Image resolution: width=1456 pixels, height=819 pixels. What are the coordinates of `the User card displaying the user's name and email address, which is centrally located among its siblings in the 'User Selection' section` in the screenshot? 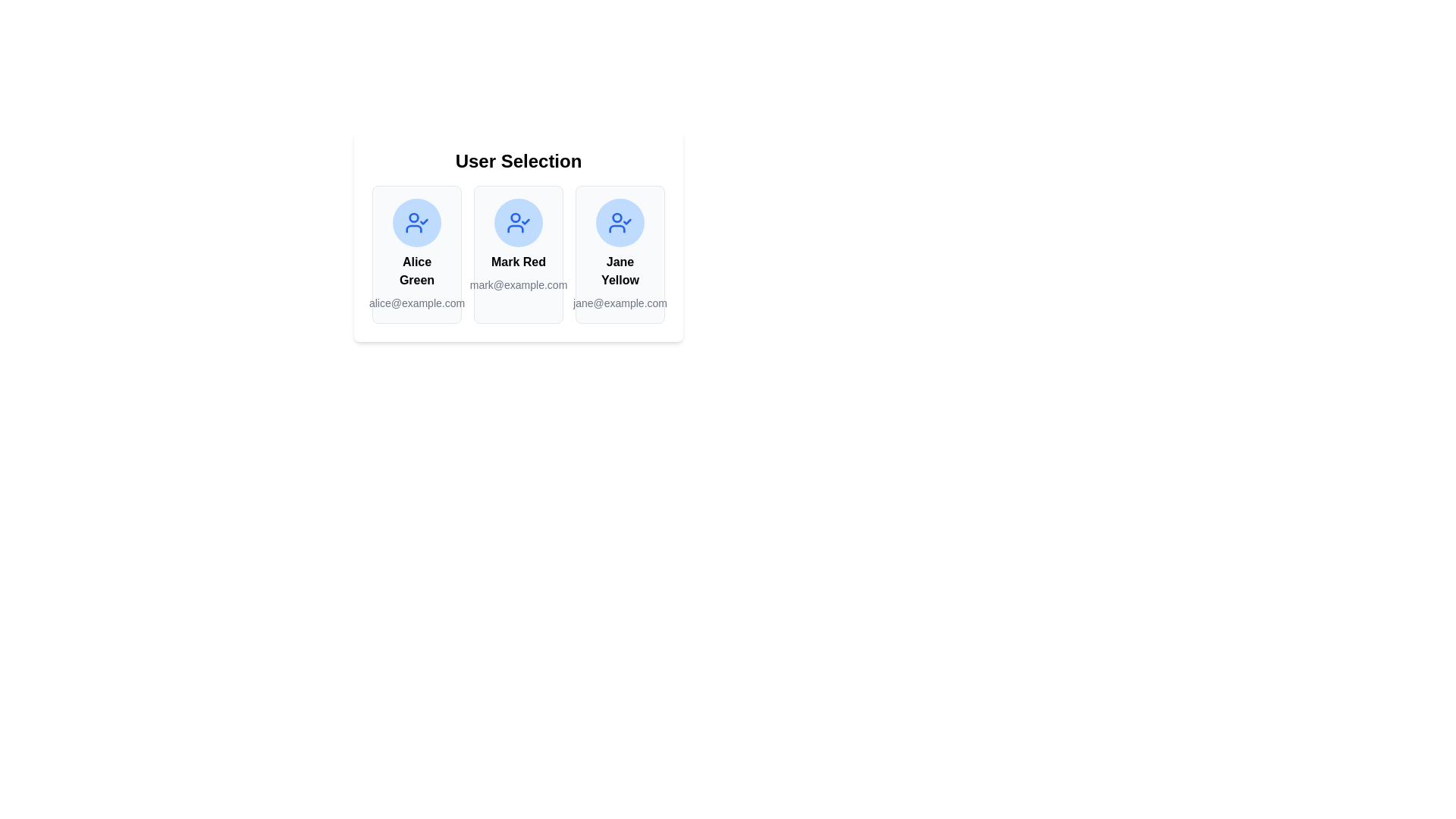 It's located at (519, 237).